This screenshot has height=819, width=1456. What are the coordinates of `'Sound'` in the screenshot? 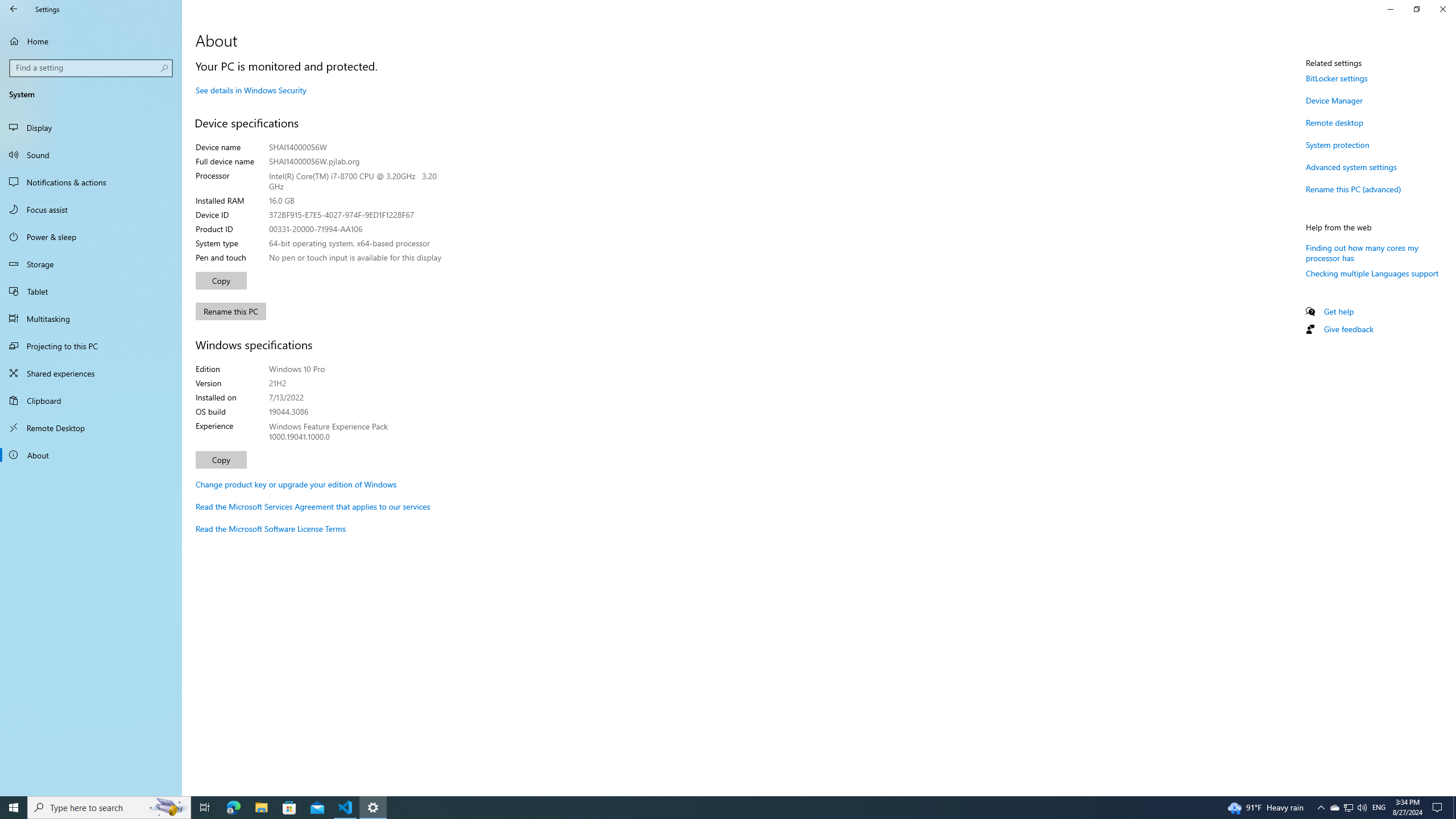 It's located at (90, 154).